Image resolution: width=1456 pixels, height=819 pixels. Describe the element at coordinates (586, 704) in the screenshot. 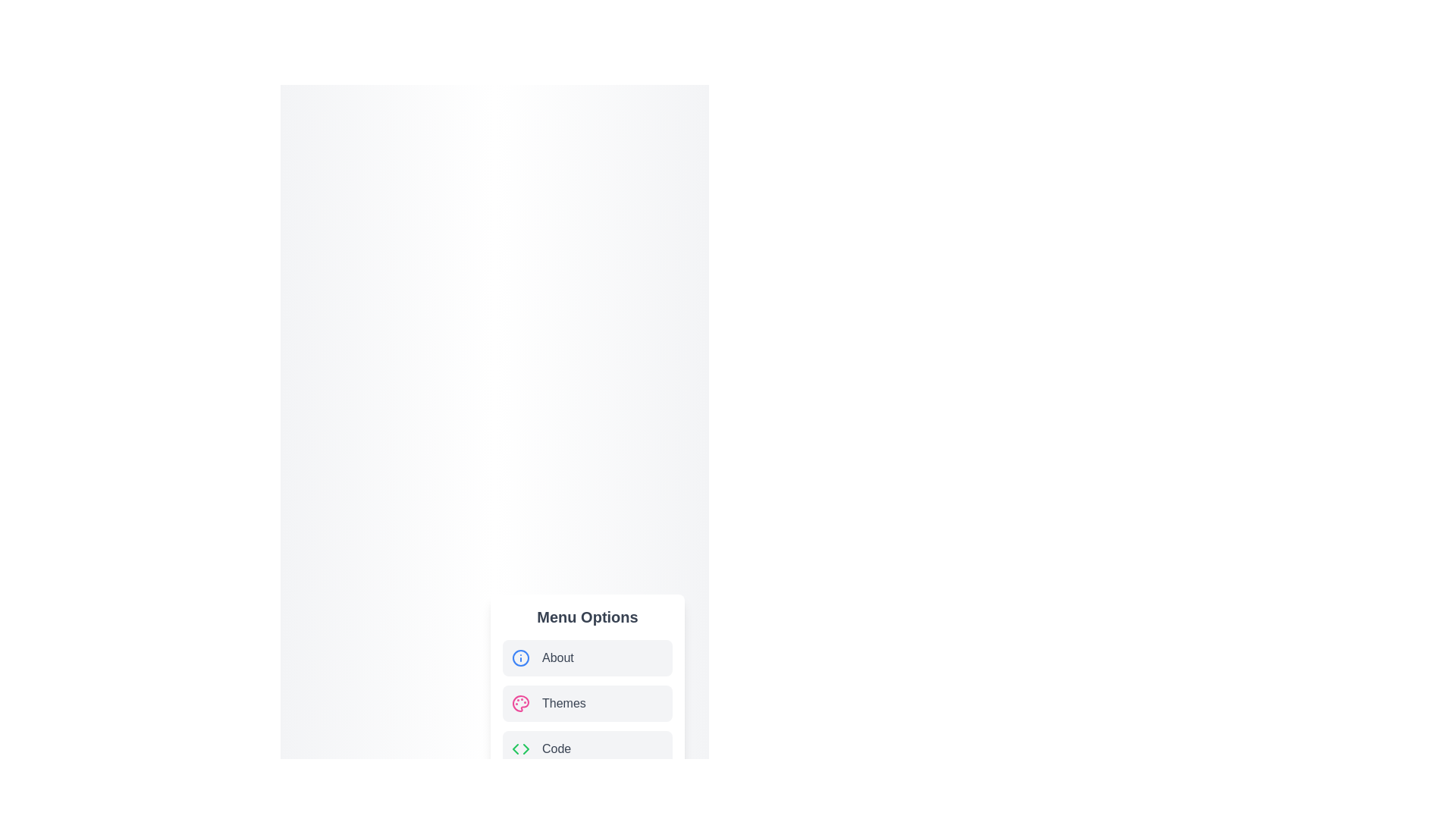

I see `the second menu item in the vertical menu list` at that location.